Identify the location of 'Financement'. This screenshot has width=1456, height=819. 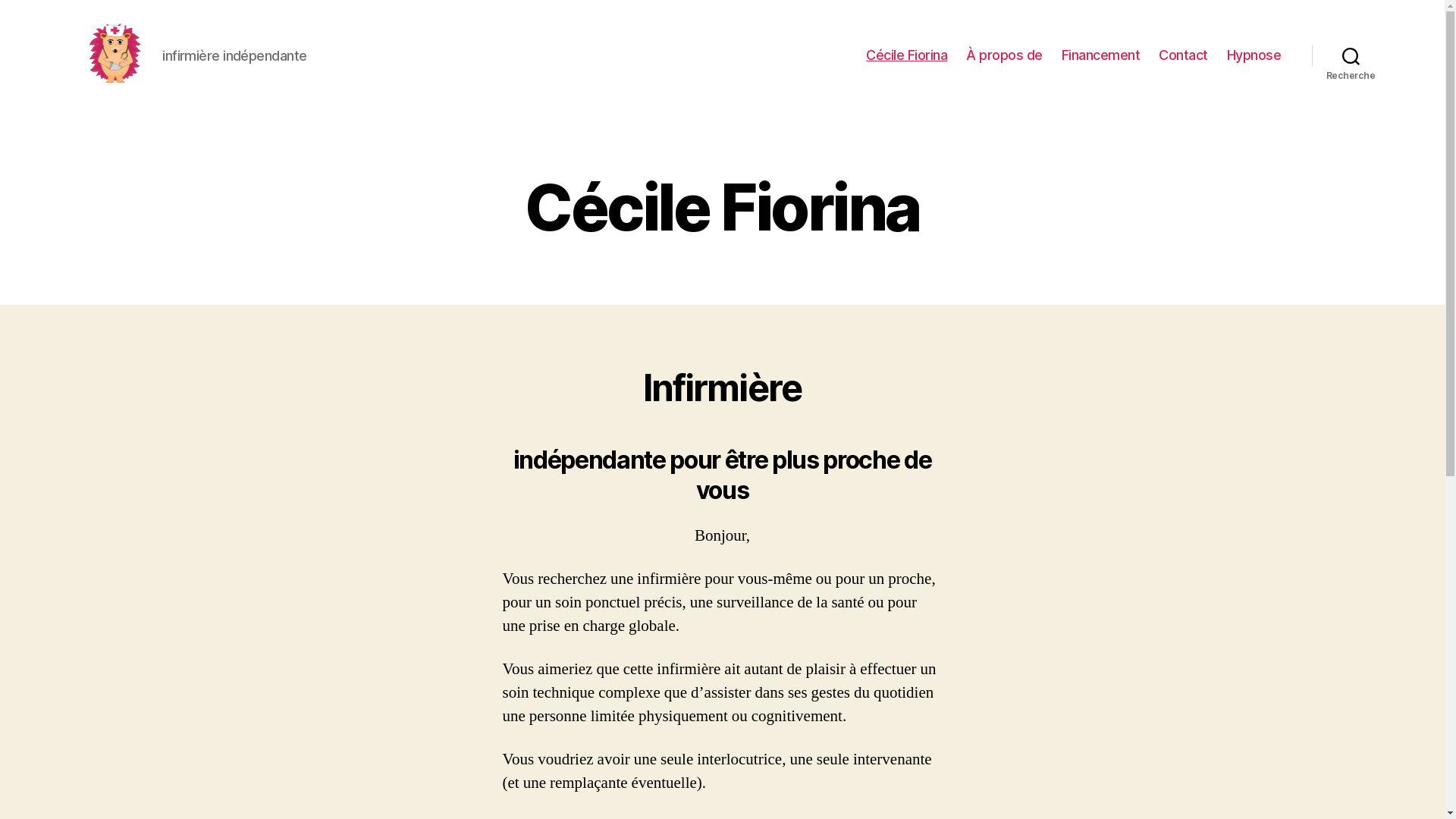
(1100, 55).